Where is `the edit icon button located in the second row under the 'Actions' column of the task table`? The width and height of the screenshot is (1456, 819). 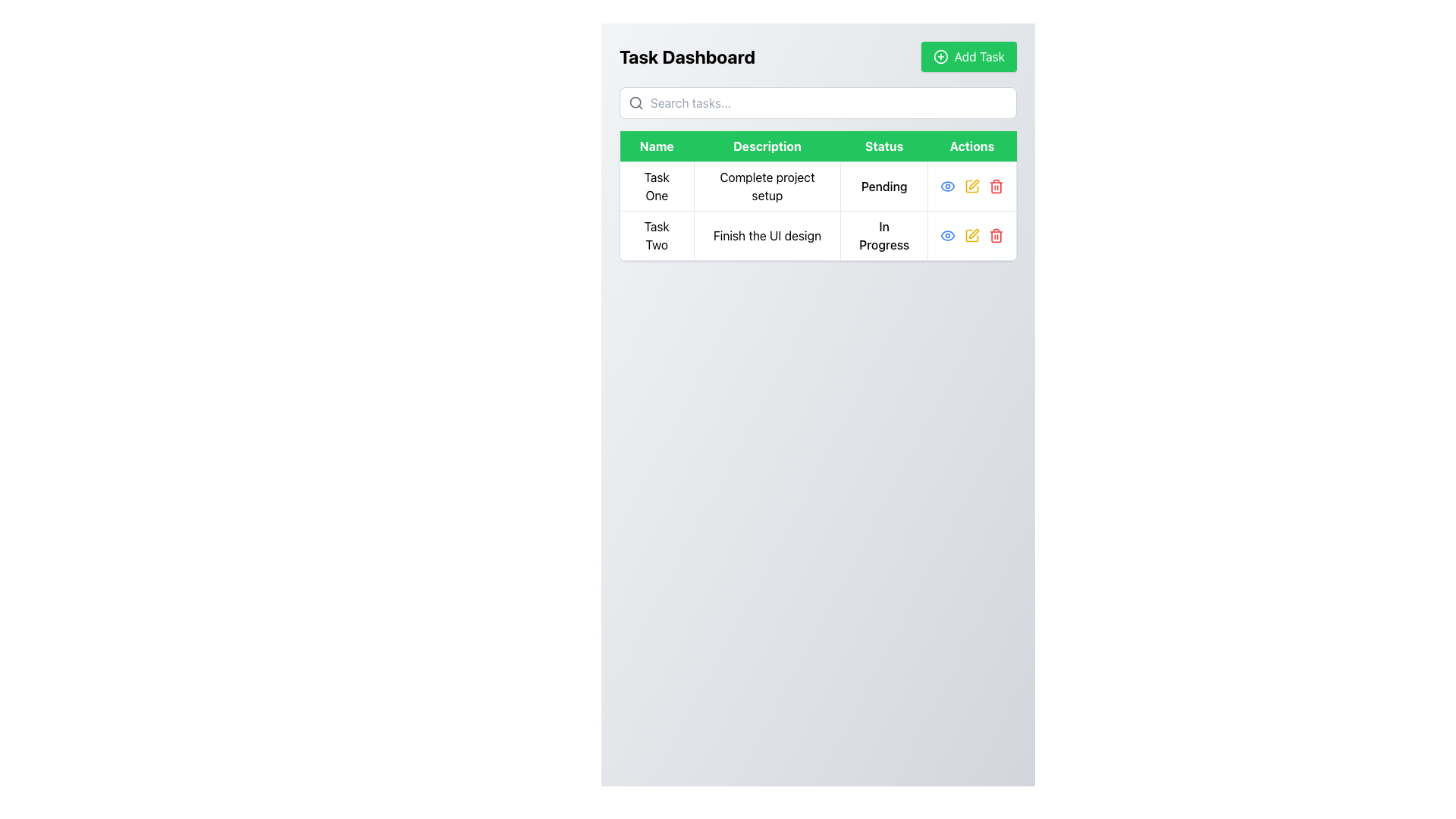
the edit icon button located in the second row under the 'Actions' column of the task table is located at coordinates (971, 236).